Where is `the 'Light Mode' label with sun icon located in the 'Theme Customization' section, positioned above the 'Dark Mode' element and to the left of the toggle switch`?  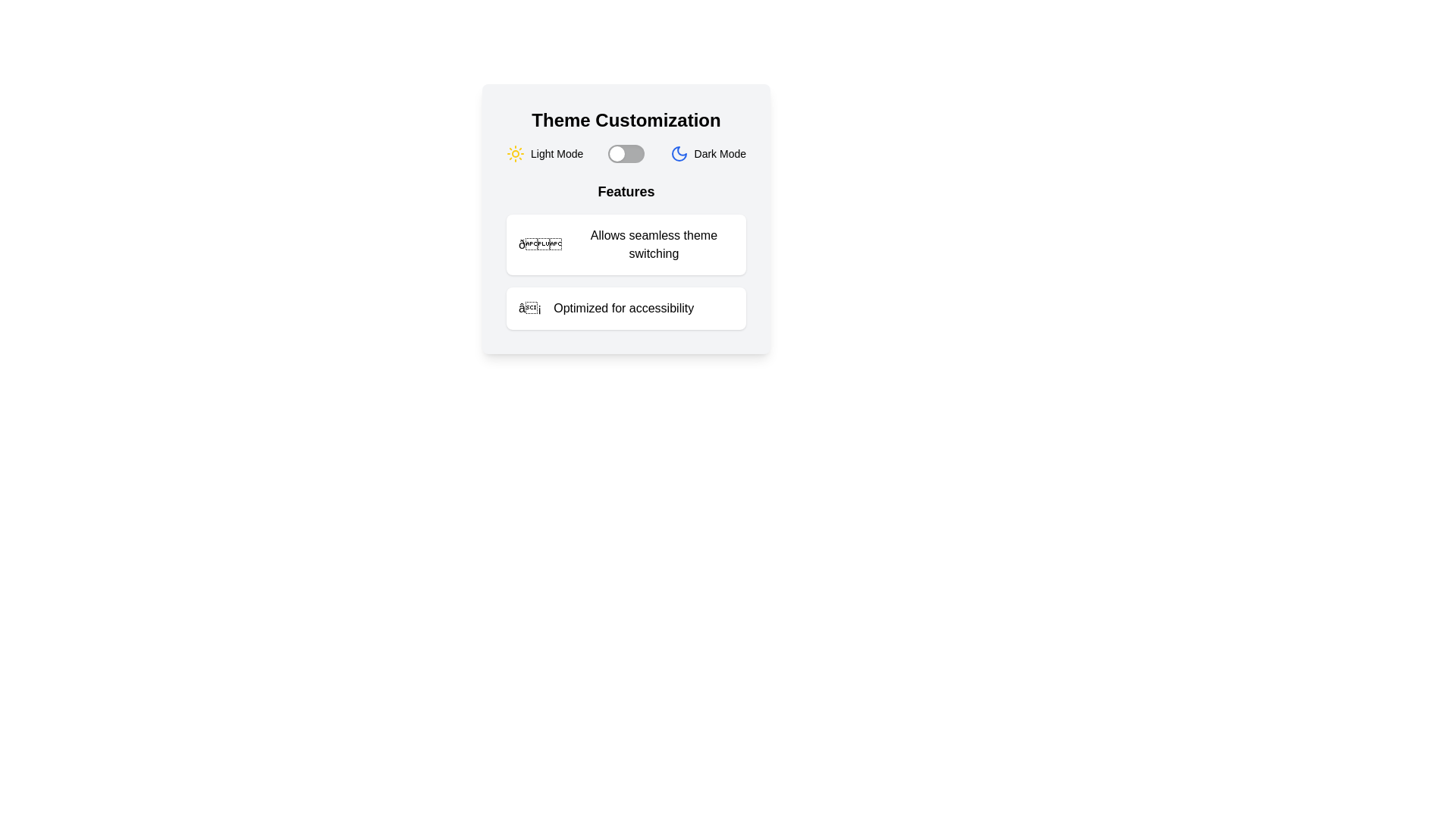 the 'Light Mode' label with sun icon located in the 'Theme Customization' section, positioned above the 'Dark Mode' element and to the left of the toggle switch is located at coordinates (544, 154).